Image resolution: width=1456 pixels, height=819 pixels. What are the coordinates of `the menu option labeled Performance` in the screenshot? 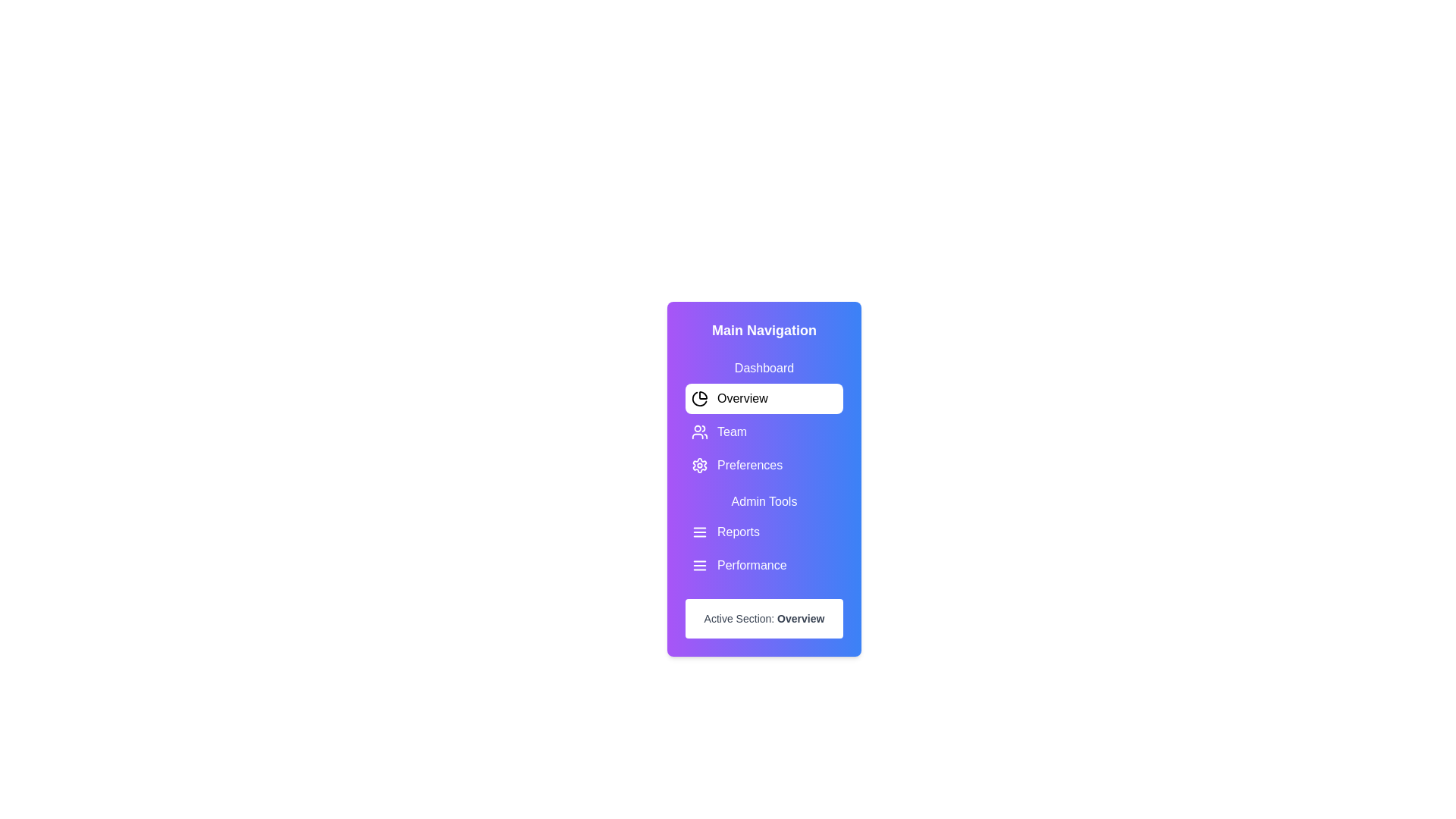 It's located at (764, 565).